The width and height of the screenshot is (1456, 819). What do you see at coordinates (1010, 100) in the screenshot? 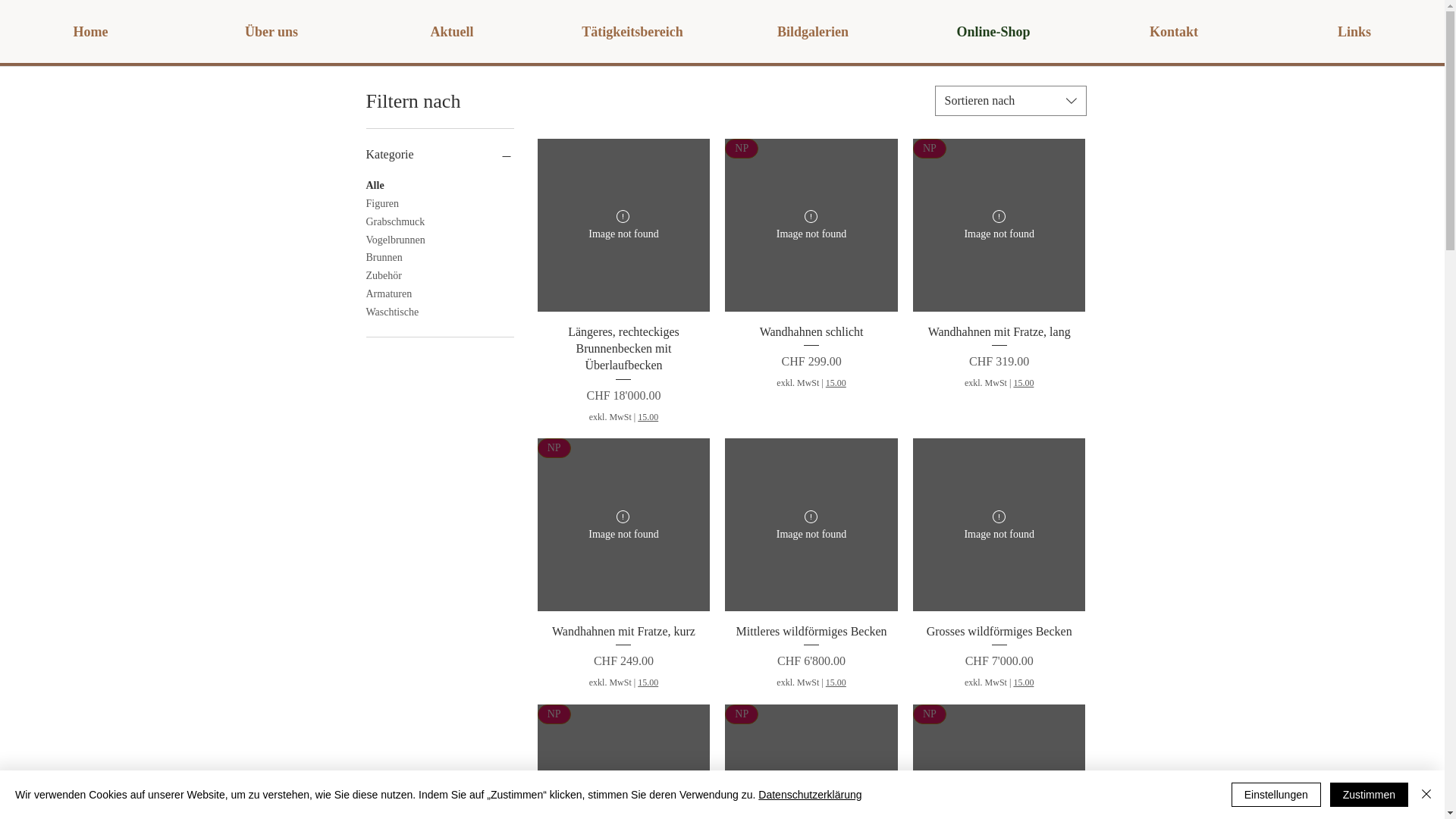
I see `'Sortieren nach'` at bounding box center [1010, 100].